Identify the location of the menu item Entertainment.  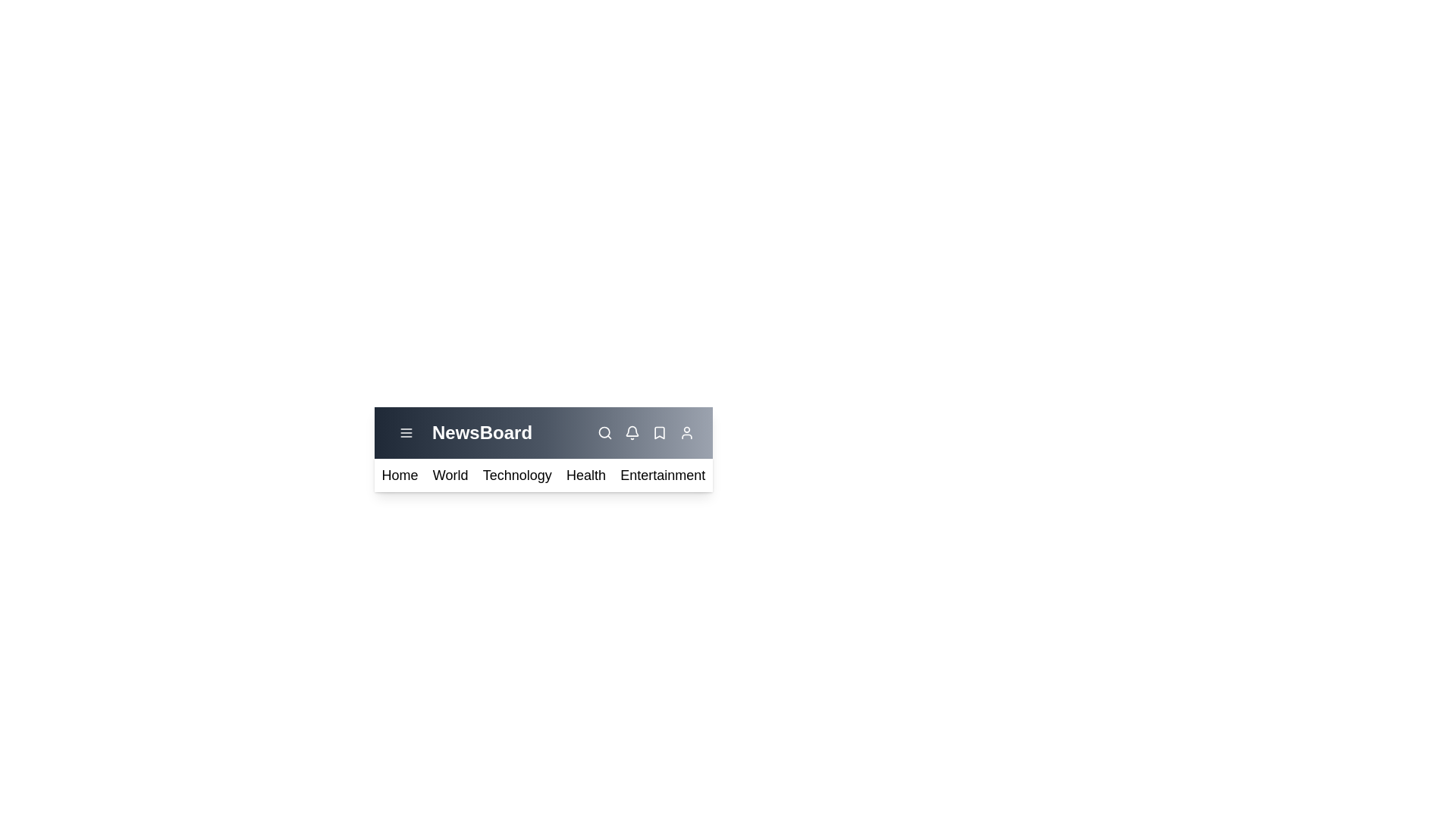
(662, 475).